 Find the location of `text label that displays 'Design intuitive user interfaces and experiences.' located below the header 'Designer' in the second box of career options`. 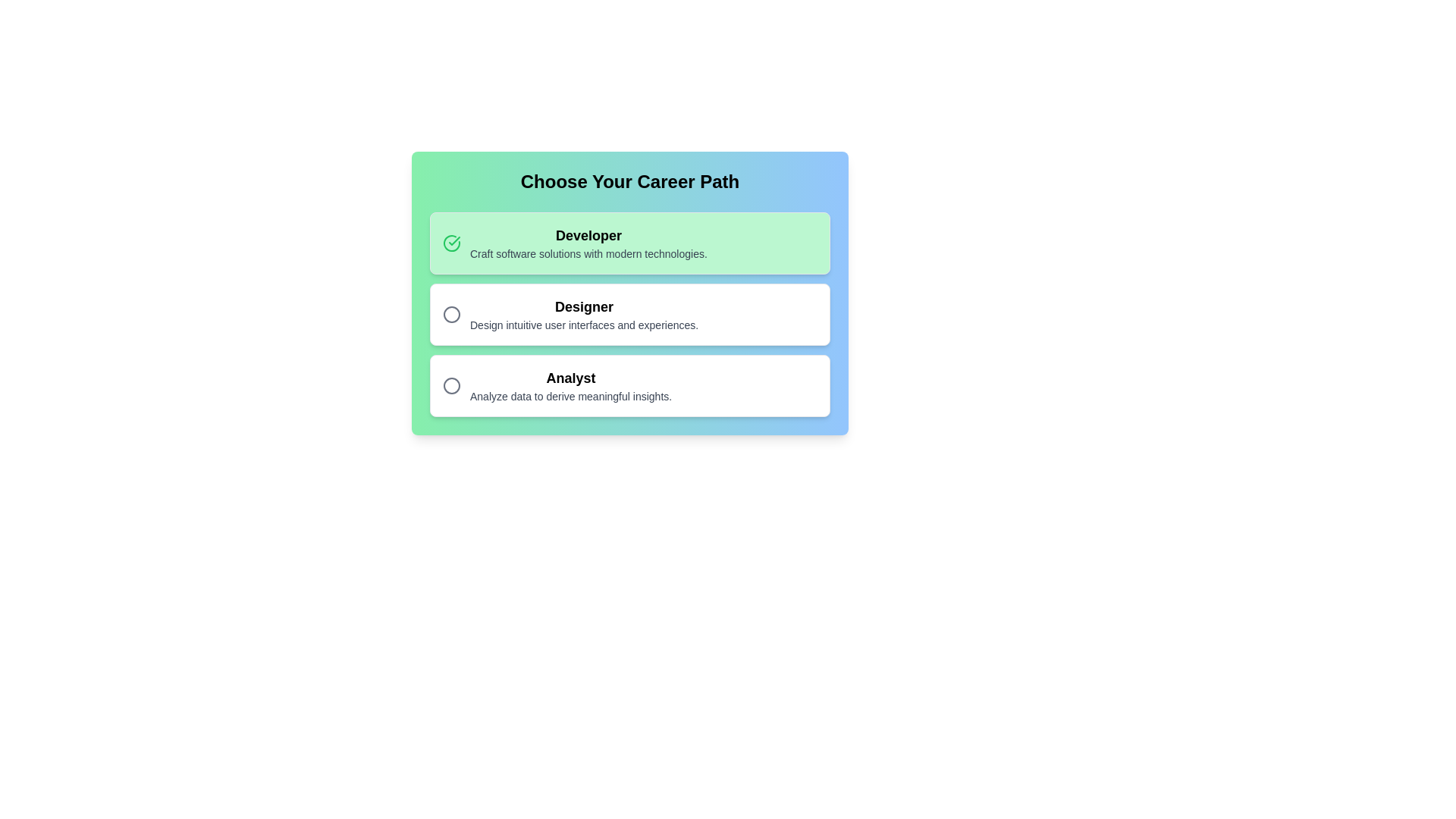

text label that displays 'Design intuitive user interfaces and experiences.' located below the header 'Designer' in the second box of career options is located at coordinates (583, 324).